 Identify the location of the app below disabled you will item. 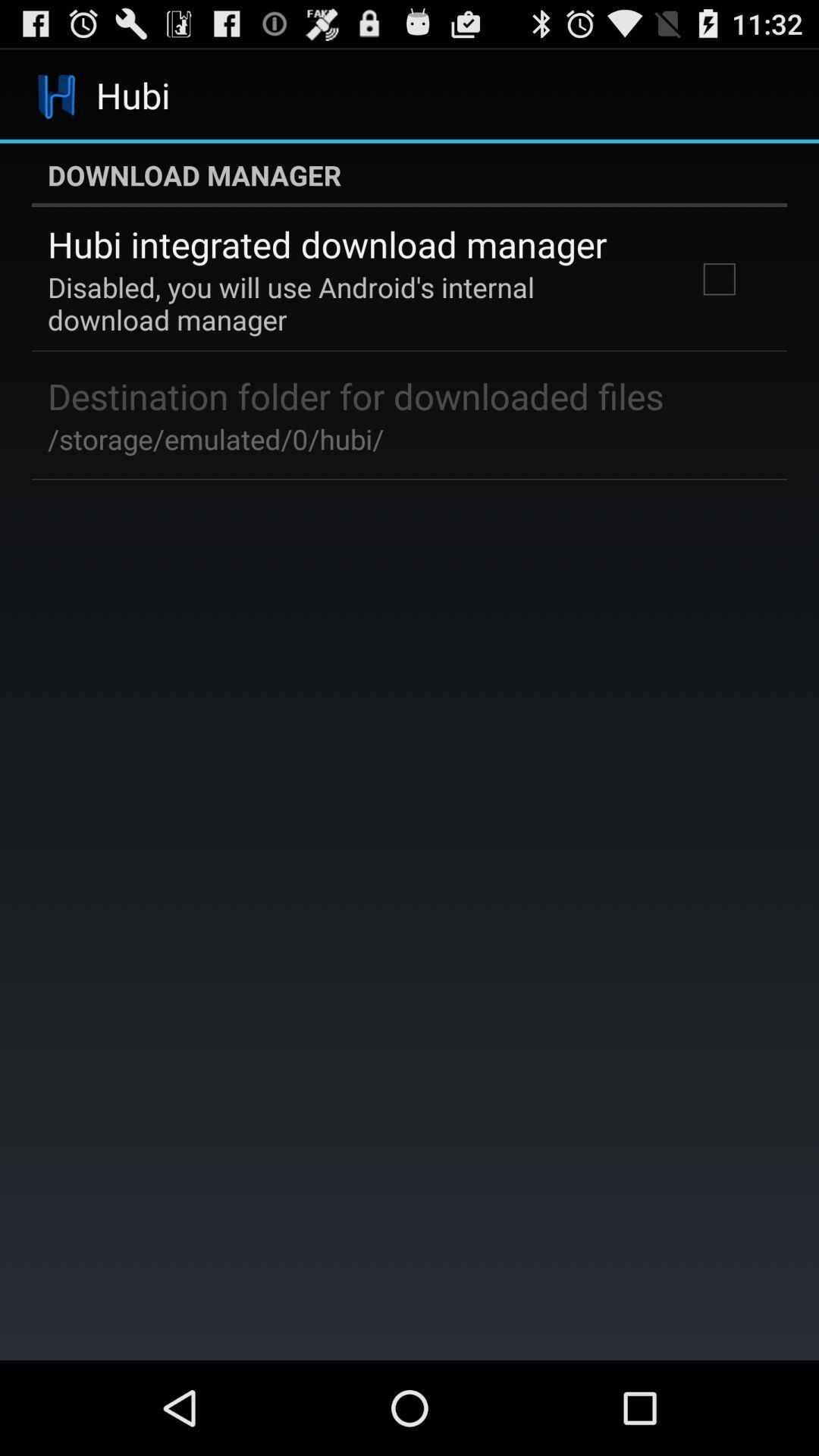
(356, 396).